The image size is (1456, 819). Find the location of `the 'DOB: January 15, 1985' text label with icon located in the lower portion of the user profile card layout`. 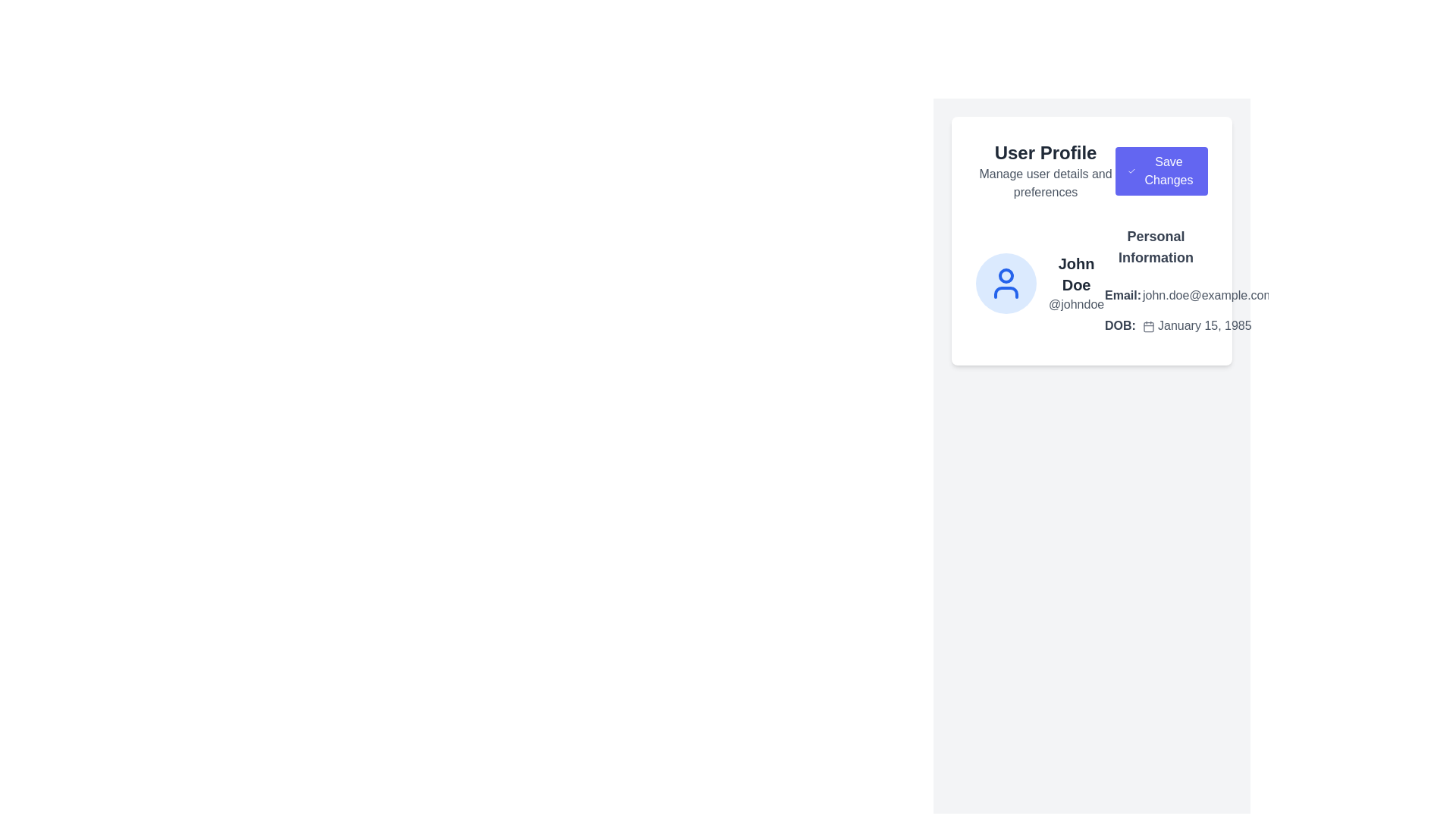

the 'DOB: January 15, 1985' text label with icon located in the lower portion of the user profile card layout is located at coordinates (1188, 325).